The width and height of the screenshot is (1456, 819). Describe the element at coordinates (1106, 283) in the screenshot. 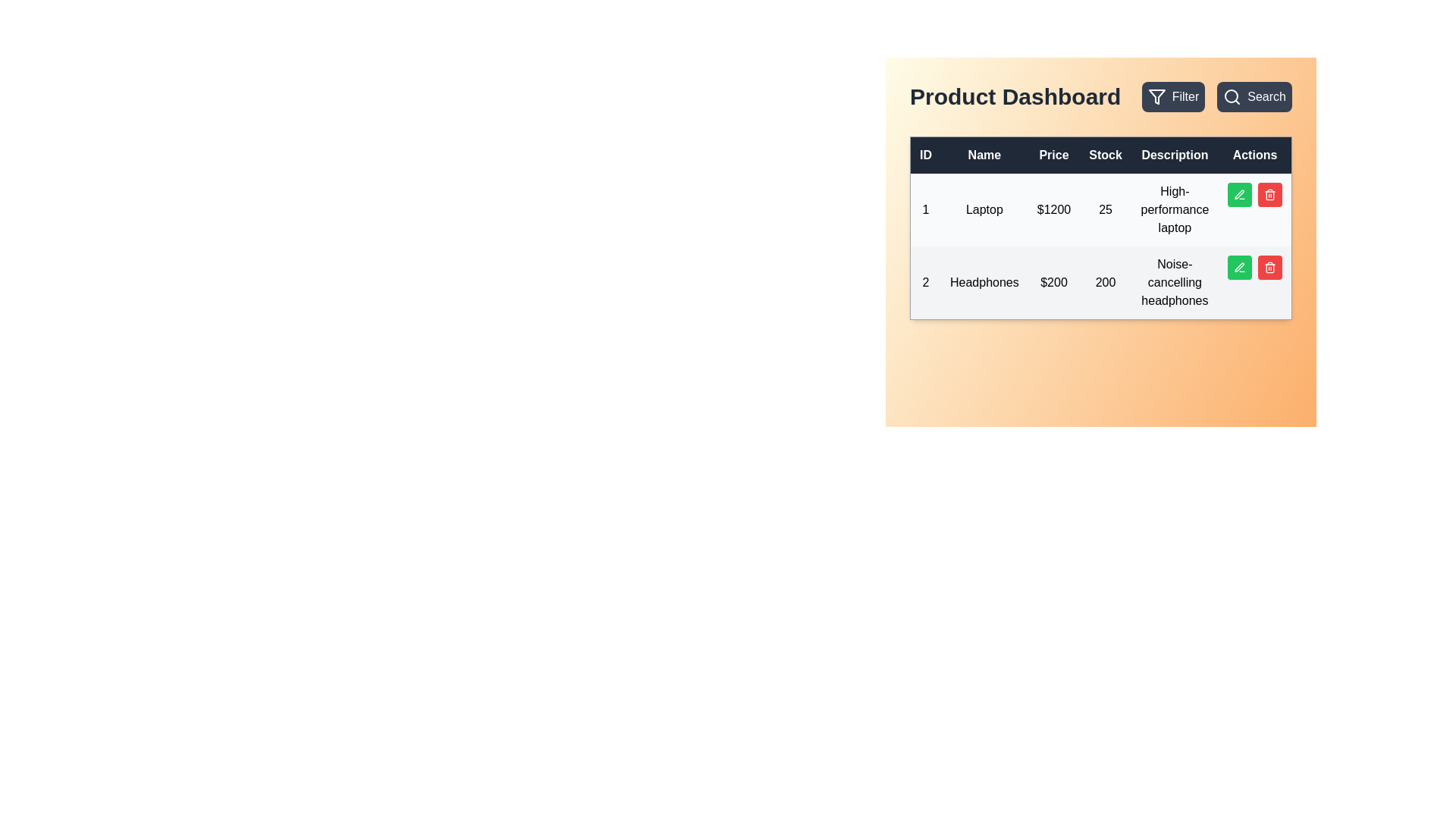

I see `the text label displaying the stock quantity for 'Headphones' located in the second row under the 'Stock' column of the table` at that location.